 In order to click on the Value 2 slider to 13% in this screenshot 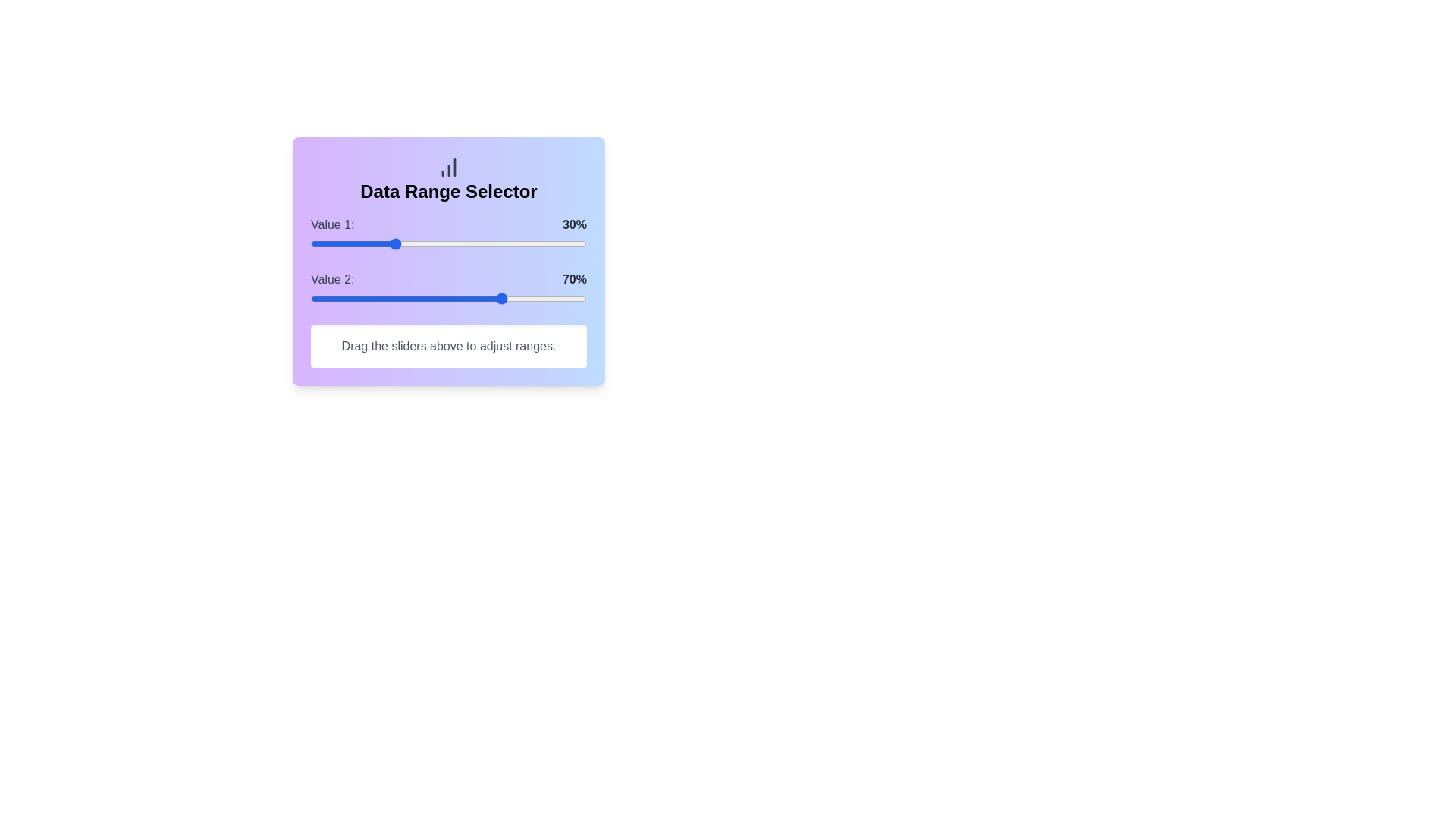, I will do `click(346, 298)`.